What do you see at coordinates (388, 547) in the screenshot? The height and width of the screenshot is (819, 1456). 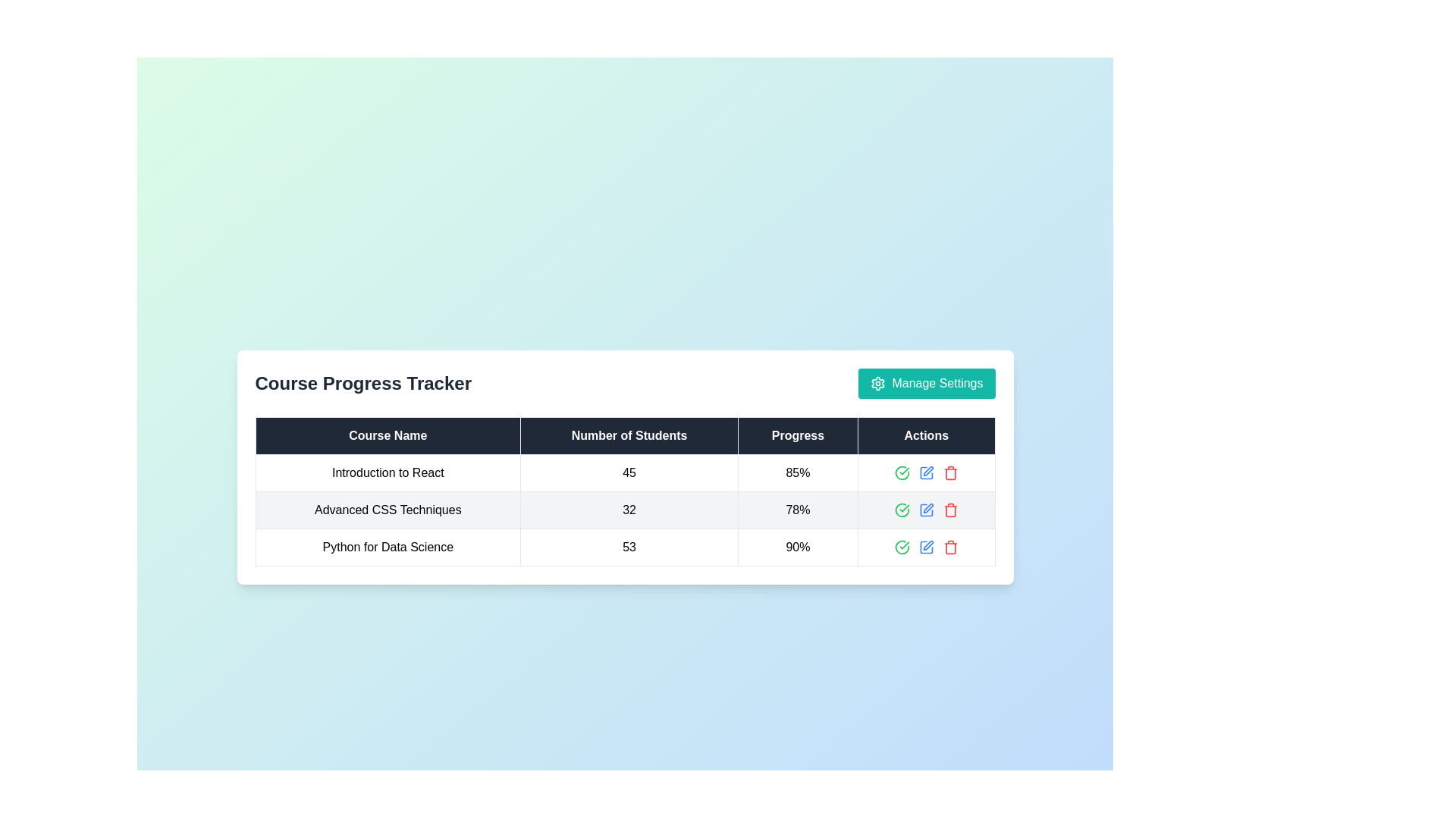 I see `the text label that reads 'Python for Data Science', located in the third row of the 'Course Progress Tracker' table under the 'Course Name' column` at bounding box center [388, 547].